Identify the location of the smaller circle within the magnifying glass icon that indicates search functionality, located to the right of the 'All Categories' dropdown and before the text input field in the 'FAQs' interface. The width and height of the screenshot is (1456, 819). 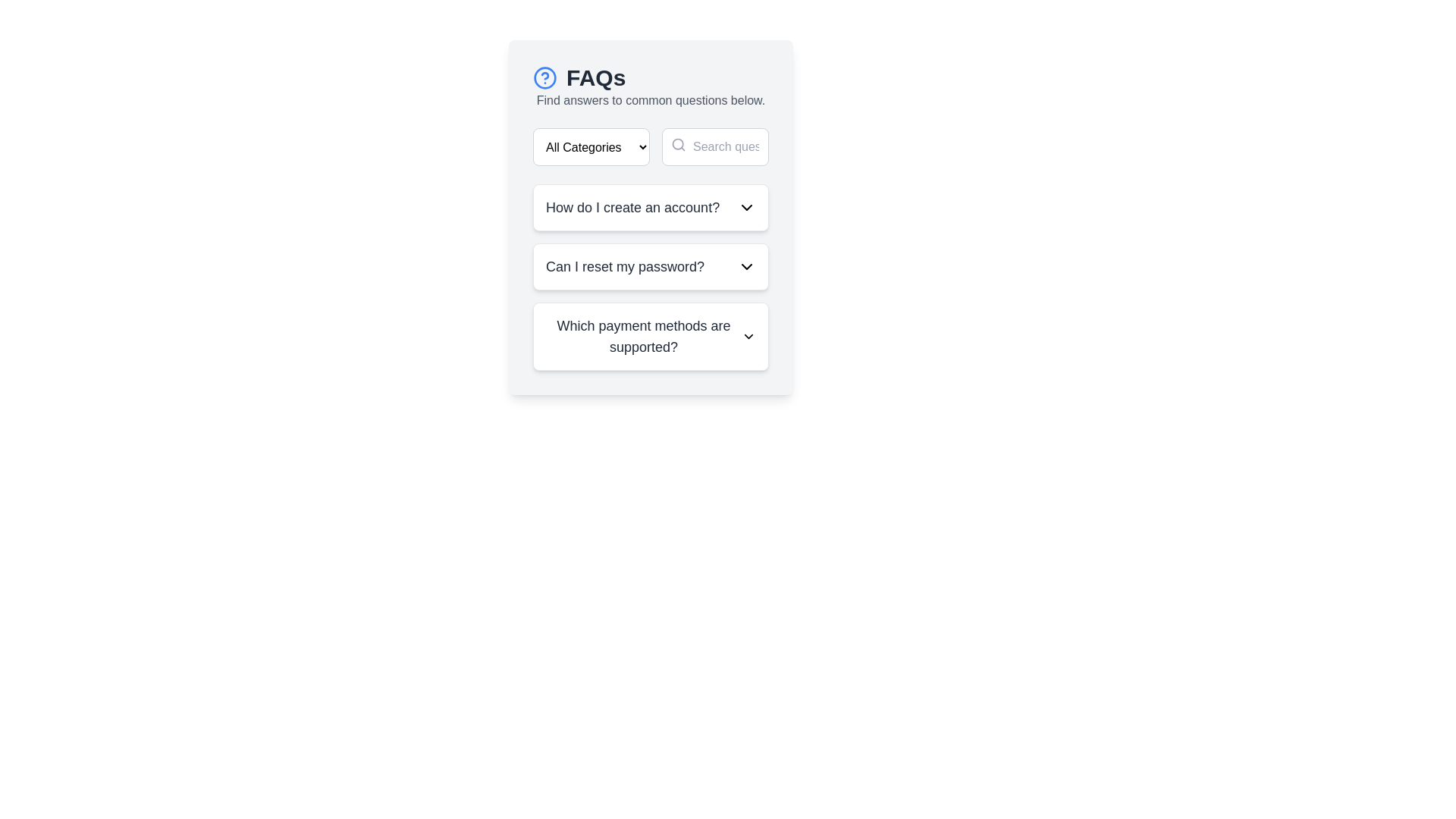
(677, 144).